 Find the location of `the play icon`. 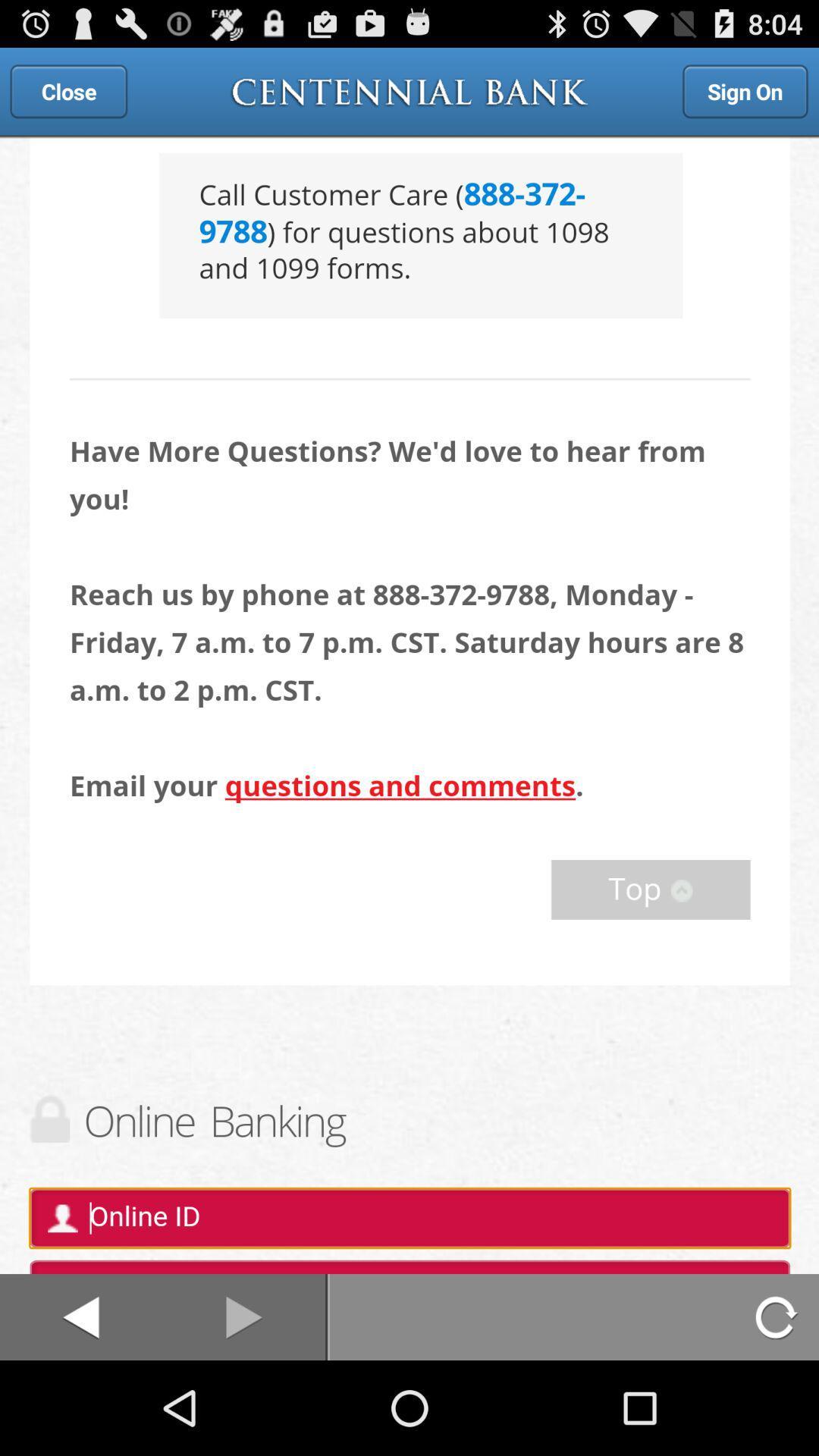

the play icon is located at coordinates (244, 1409).